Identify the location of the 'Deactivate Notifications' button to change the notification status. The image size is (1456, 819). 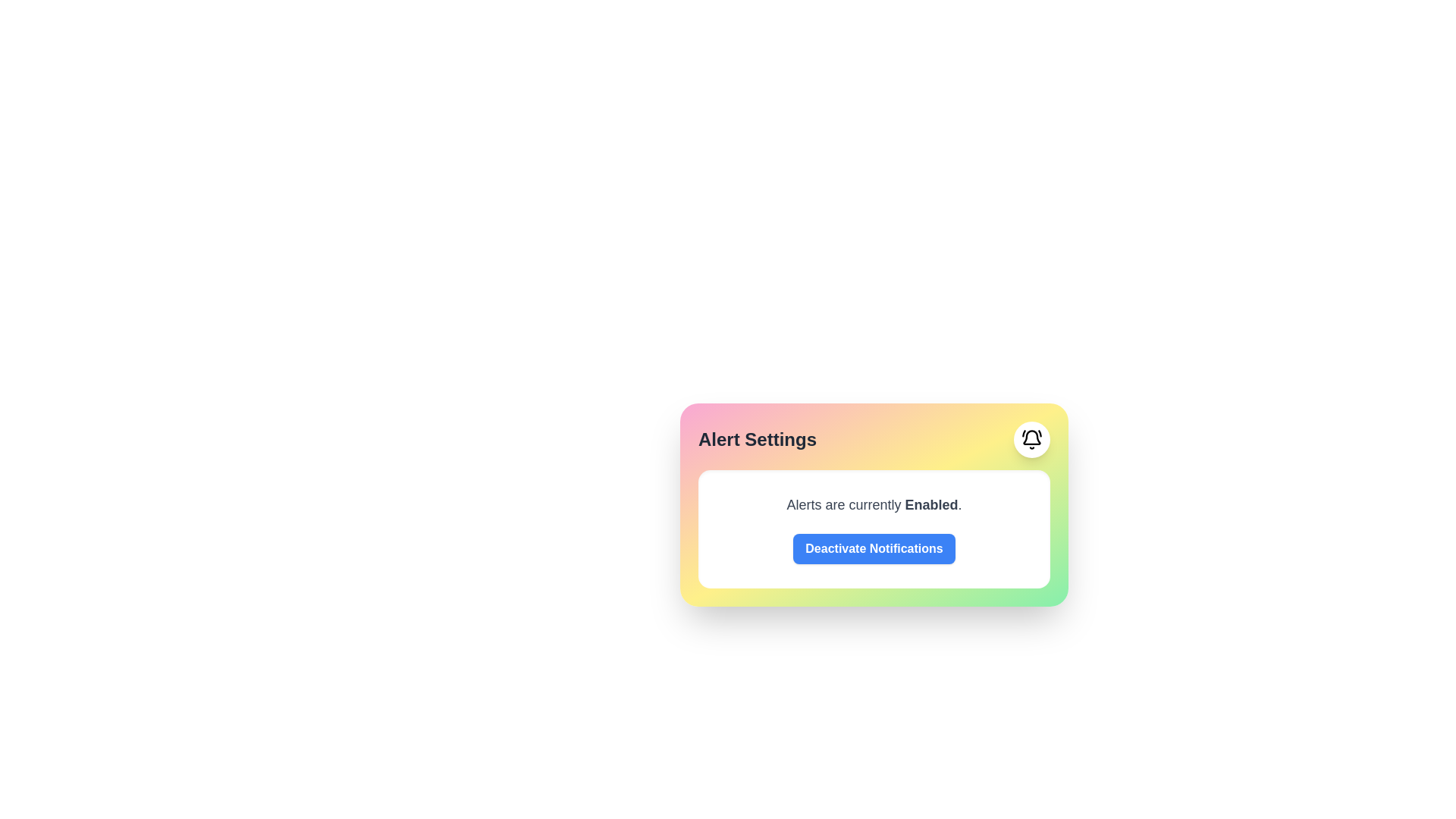
(874, 549).